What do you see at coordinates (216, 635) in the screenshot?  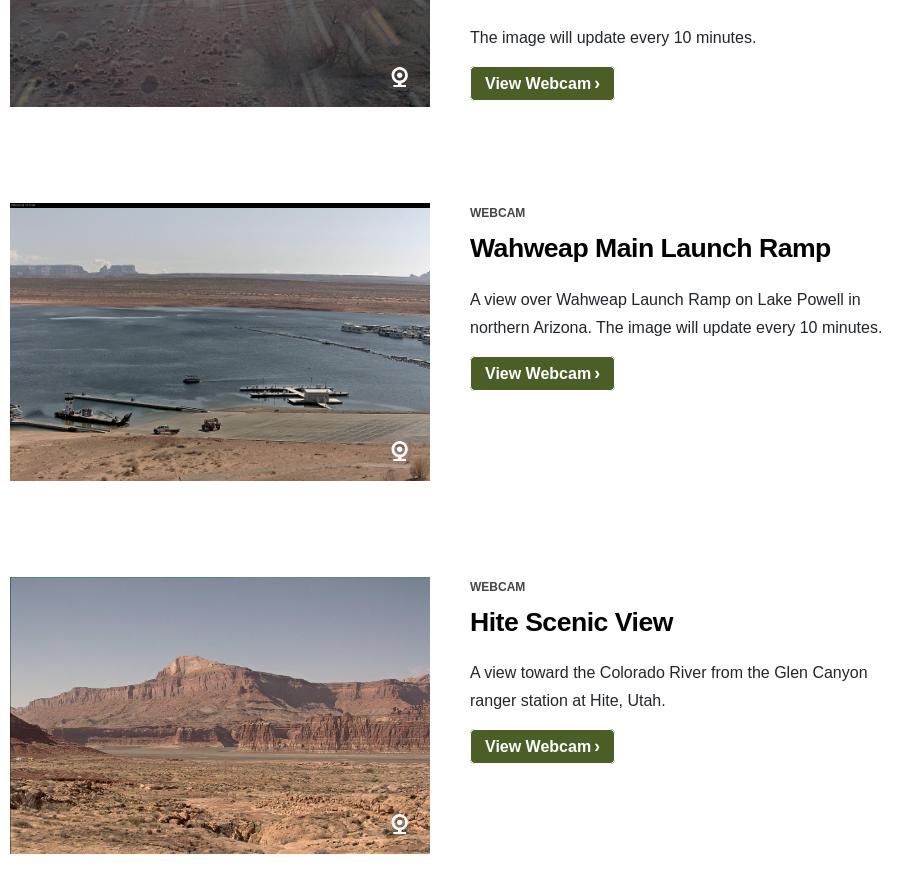 I see `'Disclaimer'` at bounding box center [216, 635].